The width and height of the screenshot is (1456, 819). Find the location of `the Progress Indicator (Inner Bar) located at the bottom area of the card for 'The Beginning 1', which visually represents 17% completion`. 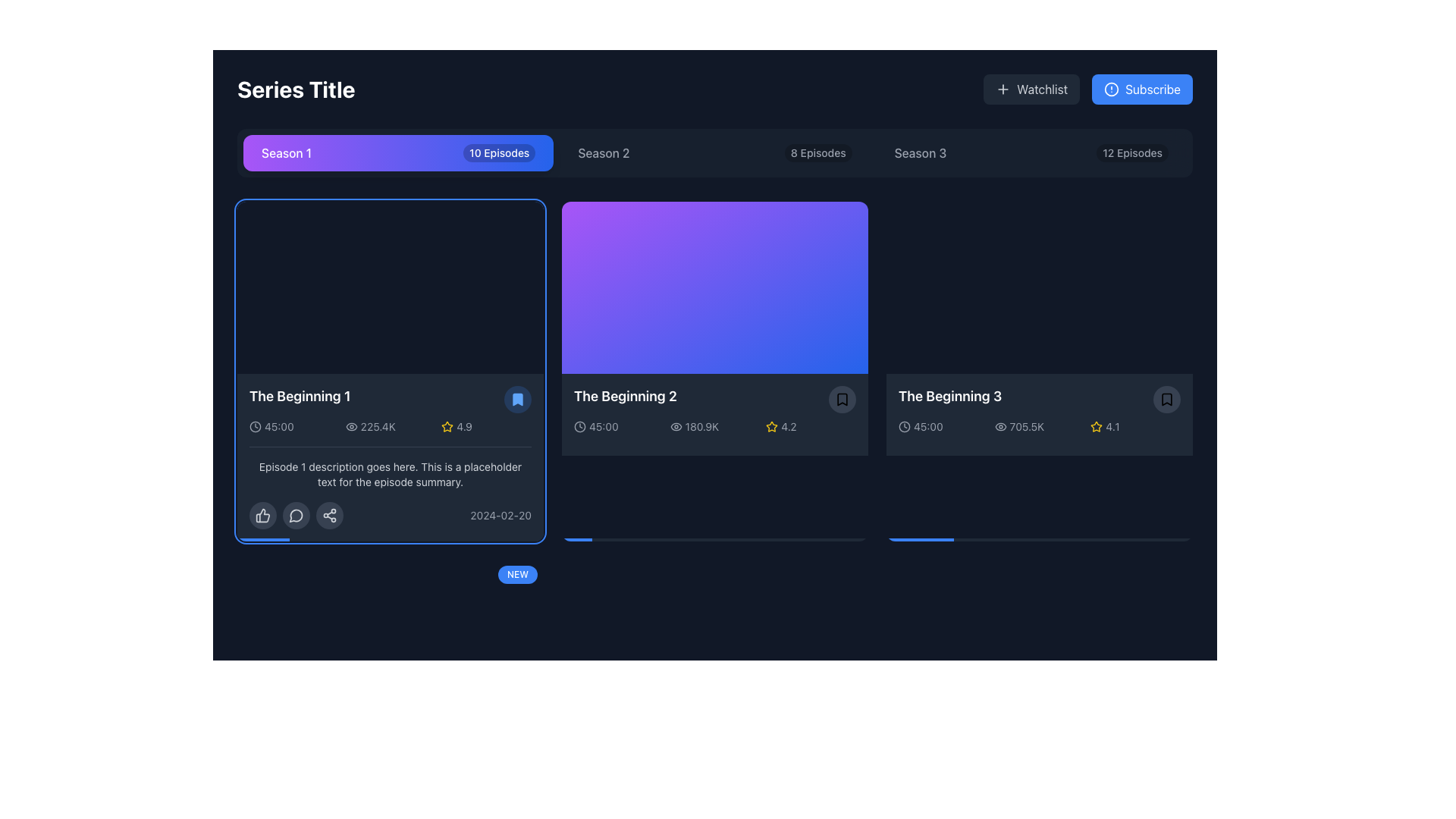

the Progress Indicator (Inner Bar) located at the bottom area of the card for 'The Beginning 1', which visually represents 17% completion is located at coordinates (263, 539).